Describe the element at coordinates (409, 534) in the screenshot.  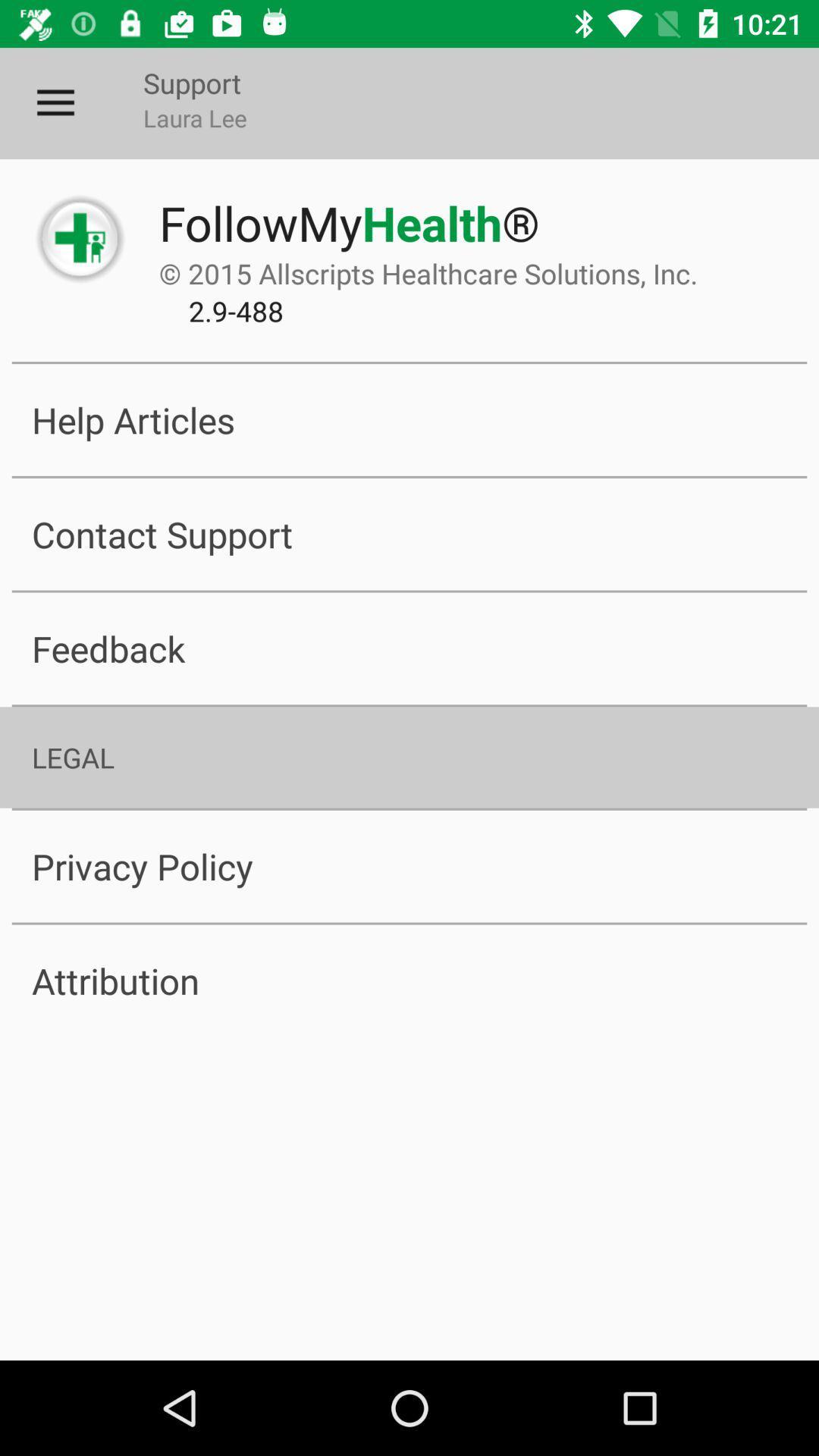
I see `contact support` at that location.